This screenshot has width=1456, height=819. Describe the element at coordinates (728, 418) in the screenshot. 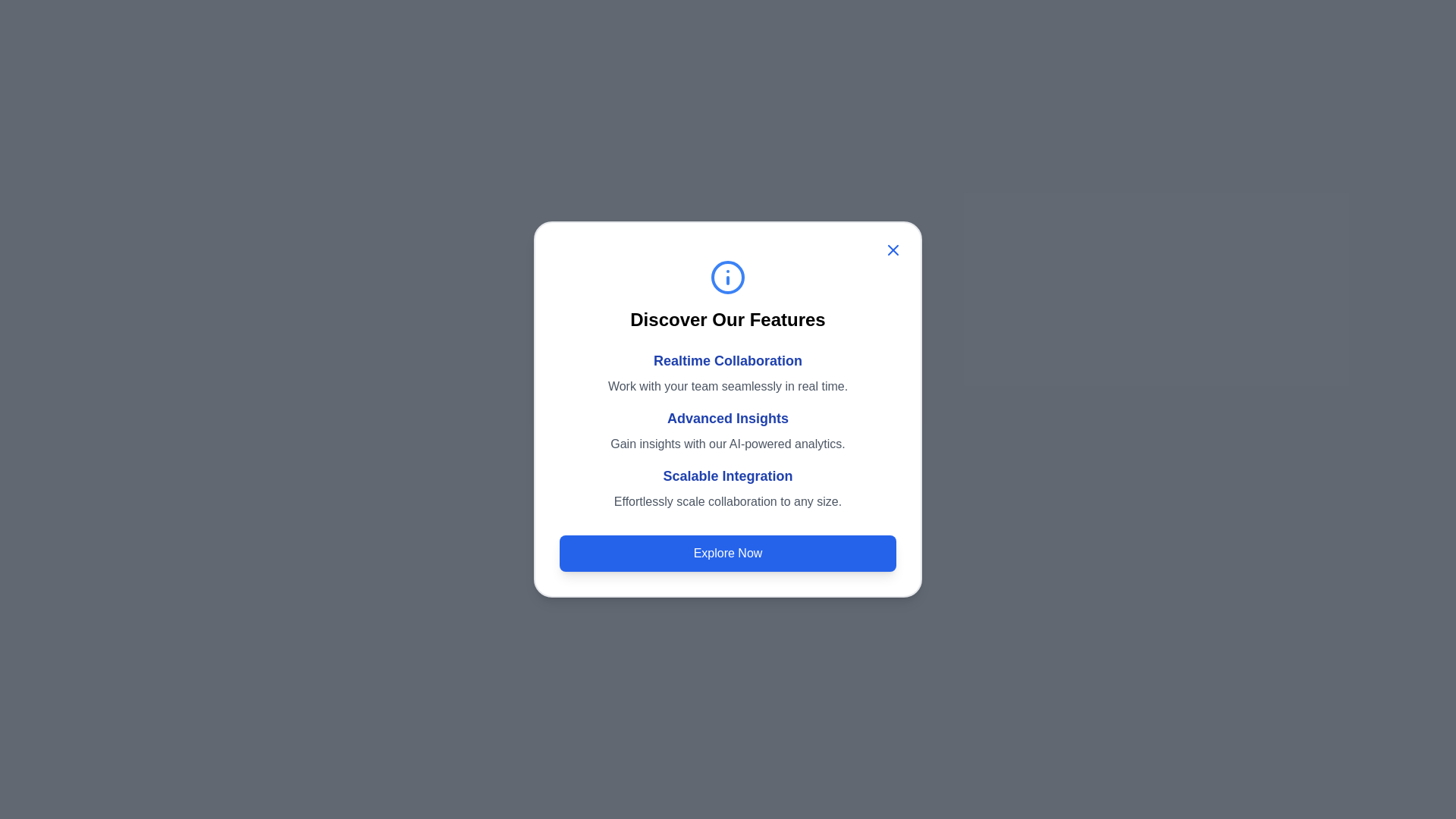

I see `the Text heading that serves as a section title summarizing the content, located centrally beneath 'Discover Our Features' and above 'Gain insights with our AI-powered analytics'` at that location.